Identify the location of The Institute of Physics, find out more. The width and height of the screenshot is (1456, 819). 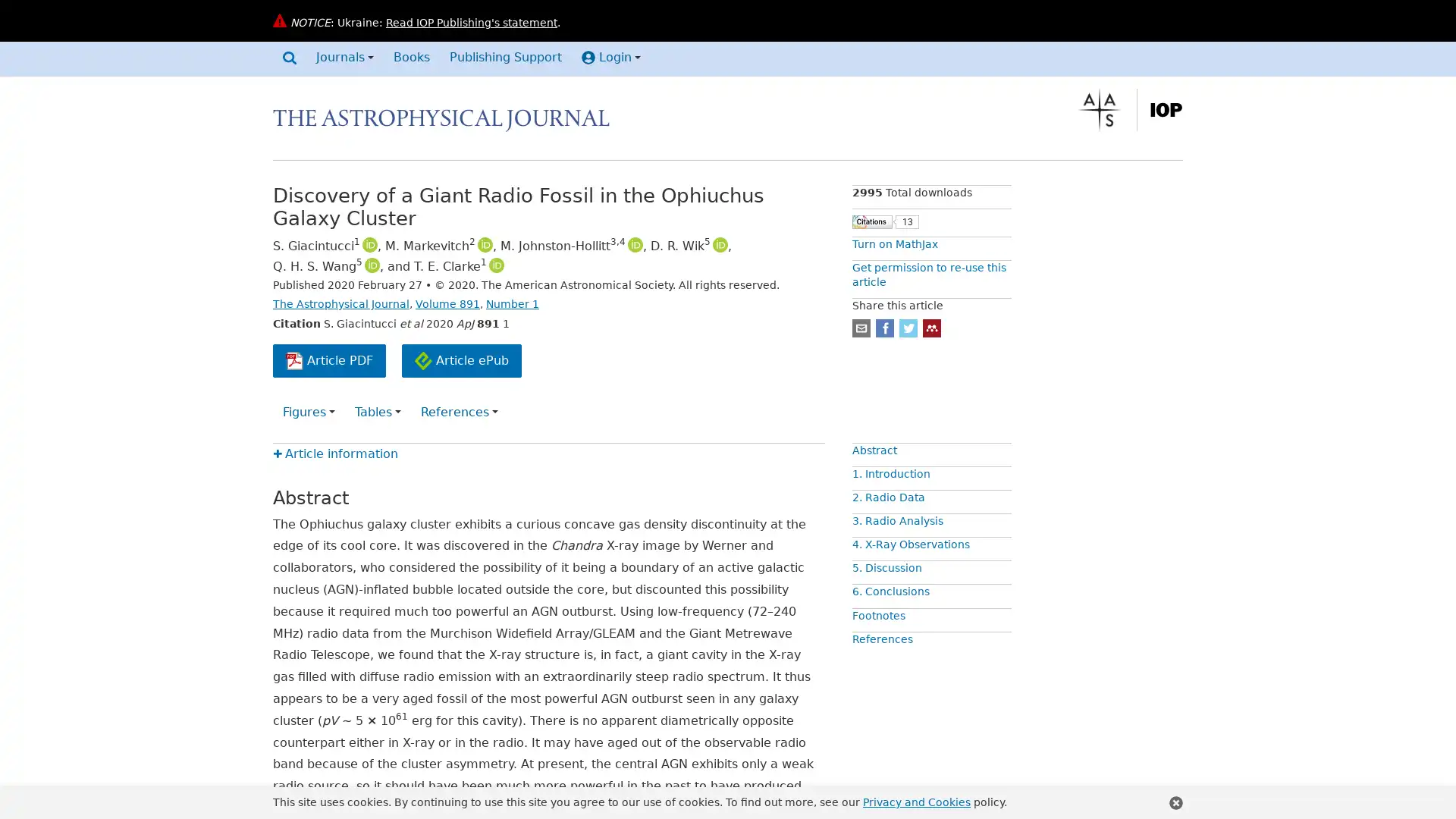
(1153, 111).